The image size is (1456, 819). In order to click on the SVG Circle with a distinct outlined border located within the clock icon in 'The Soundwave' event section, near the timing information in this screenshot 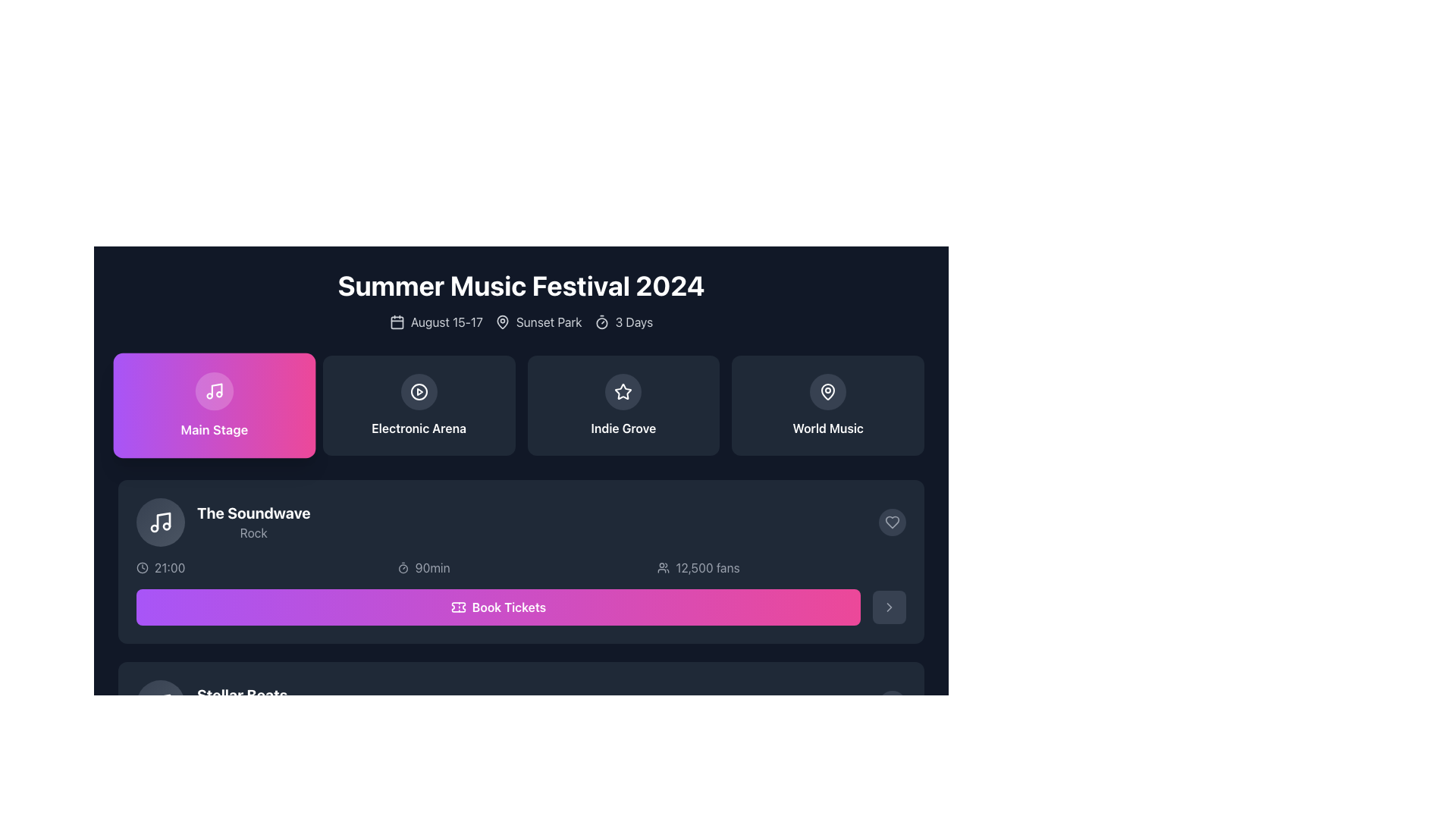, I will do `click(142, 567)`.